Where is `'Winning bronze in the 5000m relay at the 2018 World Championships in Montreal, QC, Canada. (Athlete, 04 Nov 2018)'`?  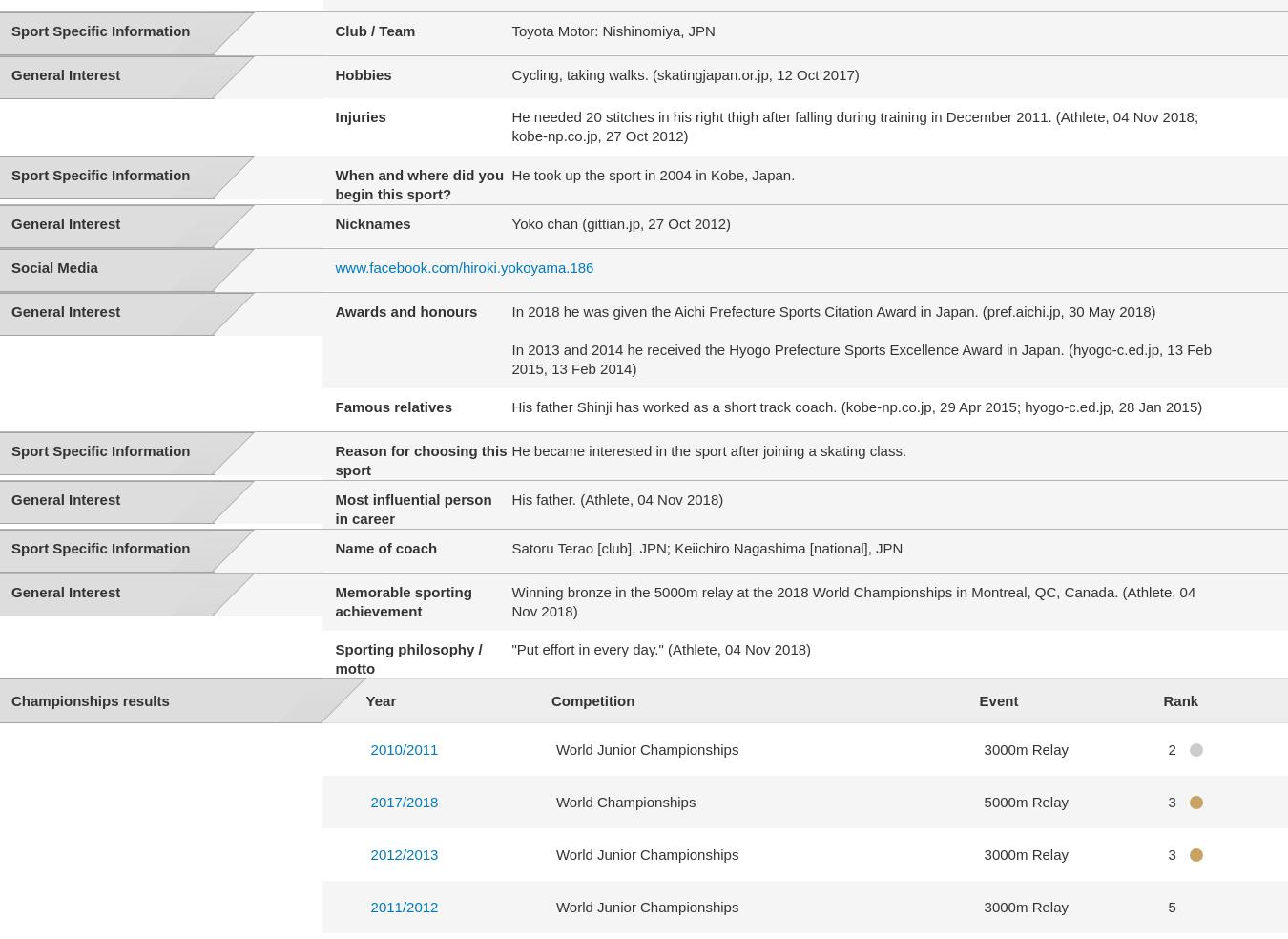
'Winning bronze in the 5000m relay at the 2018 World Championships in Montreal, QC, Canada. (Athlete, 04 Nov 2018)' is located at coordinates (853, 601).